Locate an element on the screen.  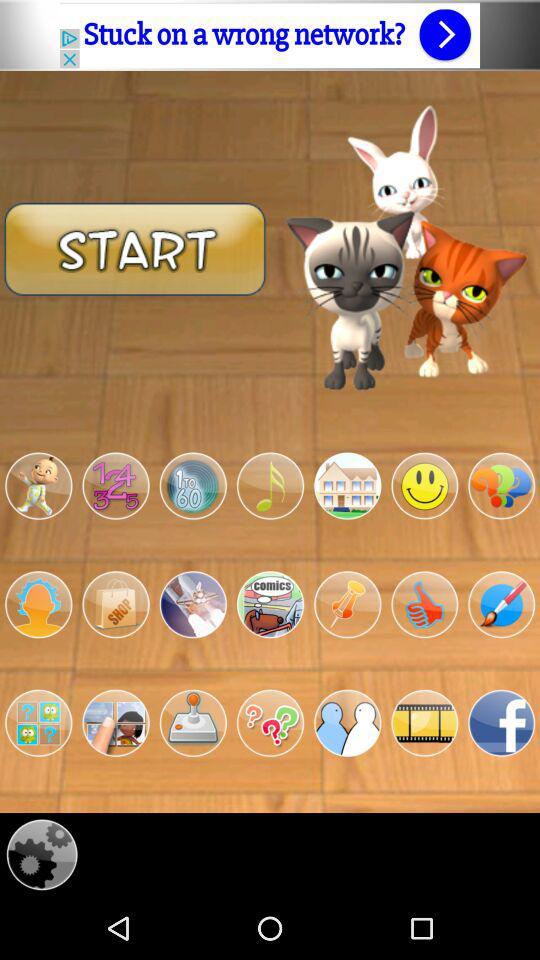
the icon at the left corner bottom of the page is located at coordinates (42, 853).